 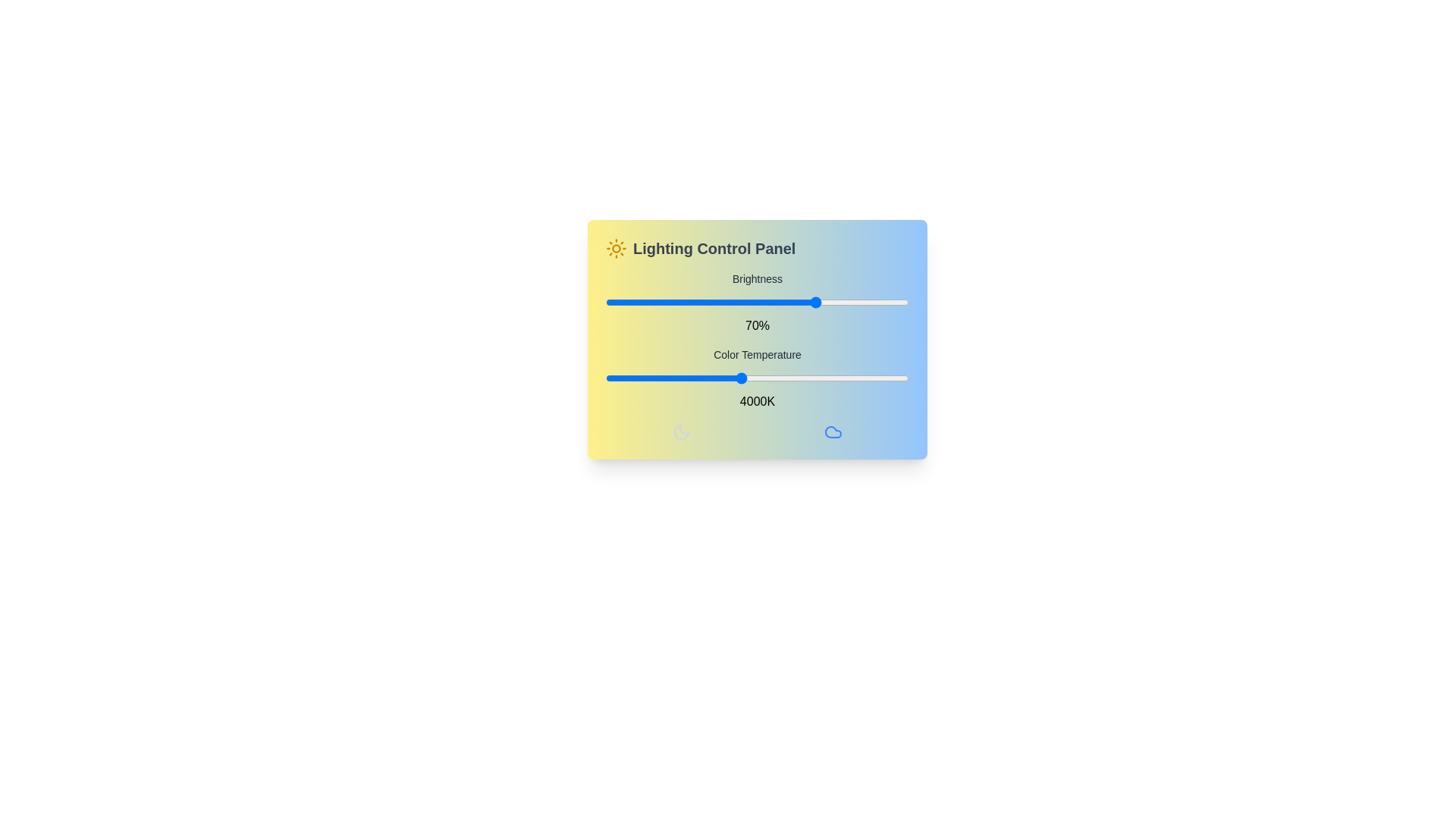 I want to click on the color temperature slider to 5931 K, so click(x=871, y=377).